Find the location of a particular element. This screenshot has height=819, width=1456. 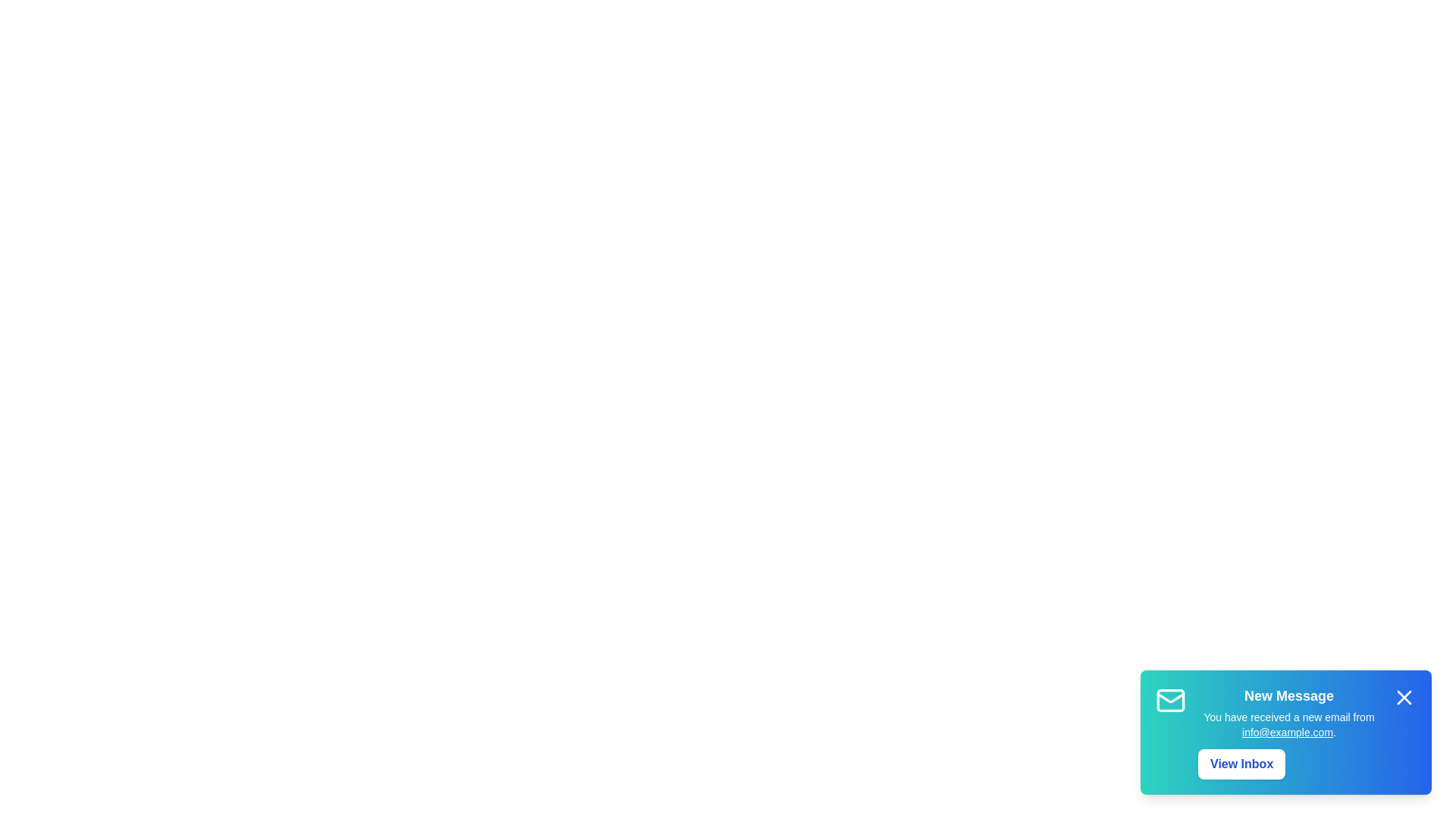

the text content 'New MessageYou have received a new email from info@example.com.View Inbox' and copy it to the clipboard is located at coordinates (1197, 685).